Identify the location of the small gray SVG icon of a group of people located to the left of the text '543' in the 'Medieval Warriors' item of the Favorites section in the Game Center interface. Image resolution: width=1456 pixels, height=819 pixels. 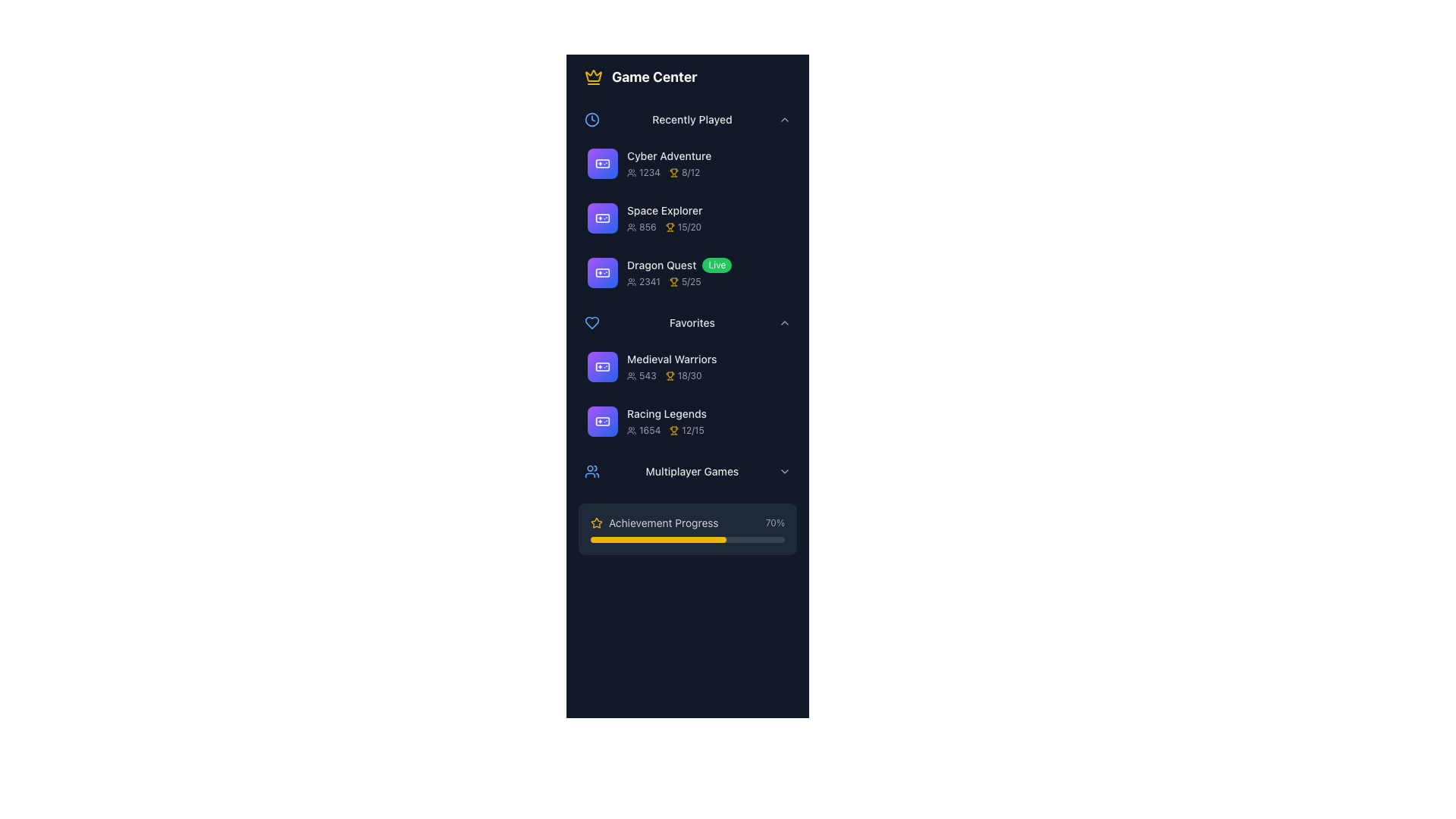
(632, 375).